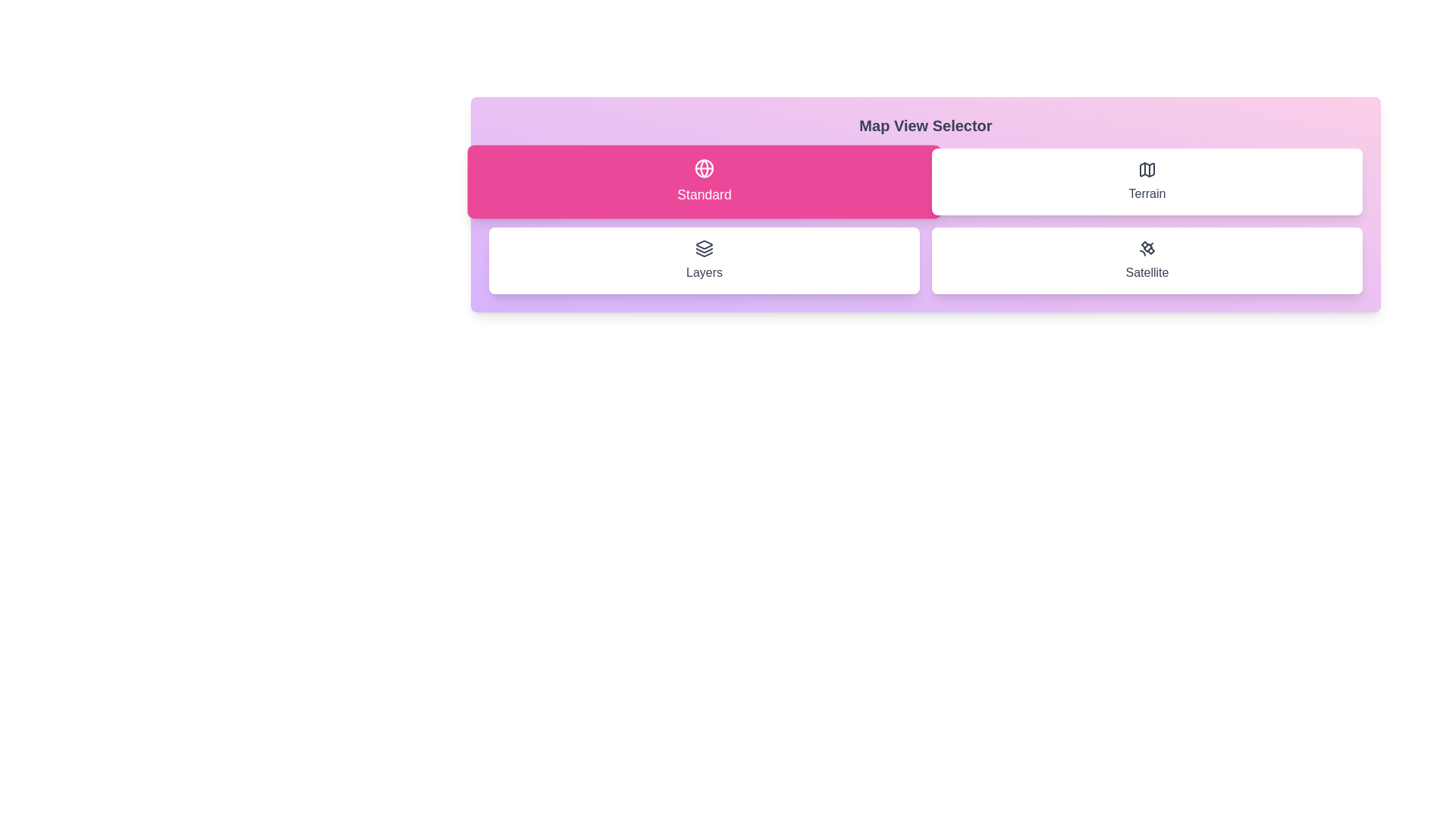 The width and height of the screenshot is (1456, 819). What do you see at coordinates (704, 259) in the screenshot?
I see `the button corresponding to the map view option Layers` at bounding box center [704, 259].